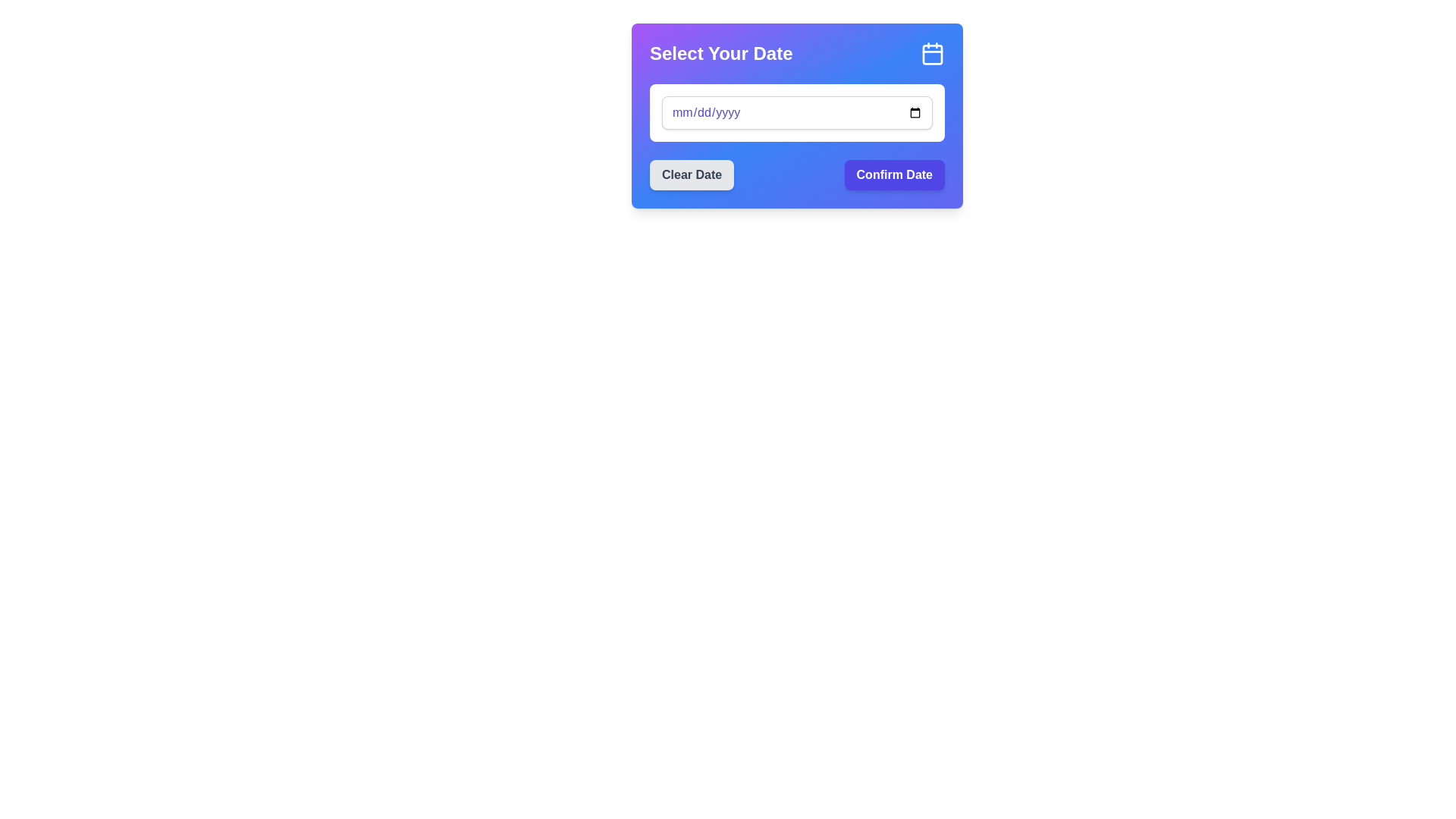  What do you see at coordinates (691, 174) in the screenshot?
I see `the 'Clear Date' button, which has a light gray background and dark gray bold text, to change its background color` at bounding box center [691, 174].